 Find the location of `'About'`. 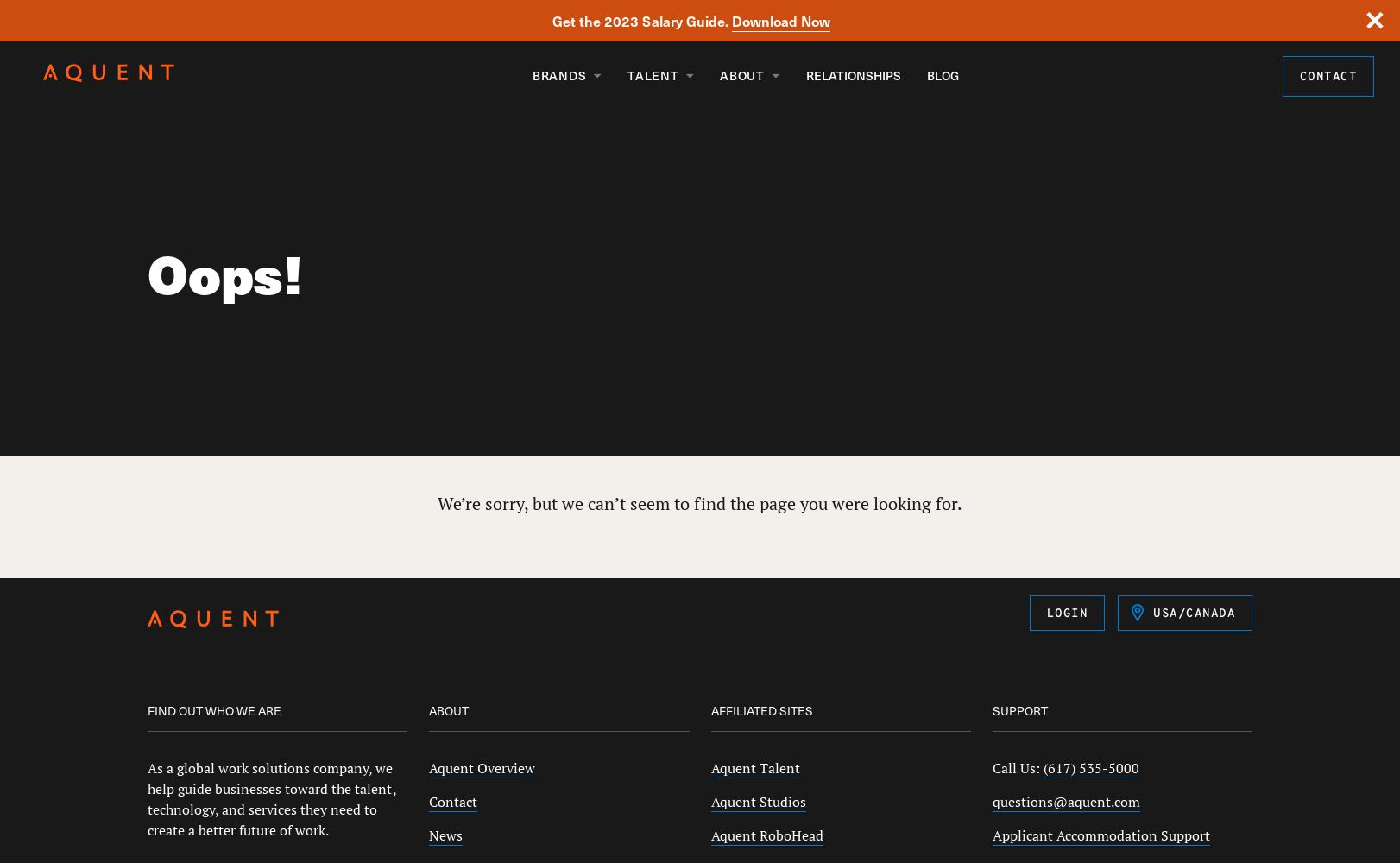

'About' is located at coordinates (741, 74).